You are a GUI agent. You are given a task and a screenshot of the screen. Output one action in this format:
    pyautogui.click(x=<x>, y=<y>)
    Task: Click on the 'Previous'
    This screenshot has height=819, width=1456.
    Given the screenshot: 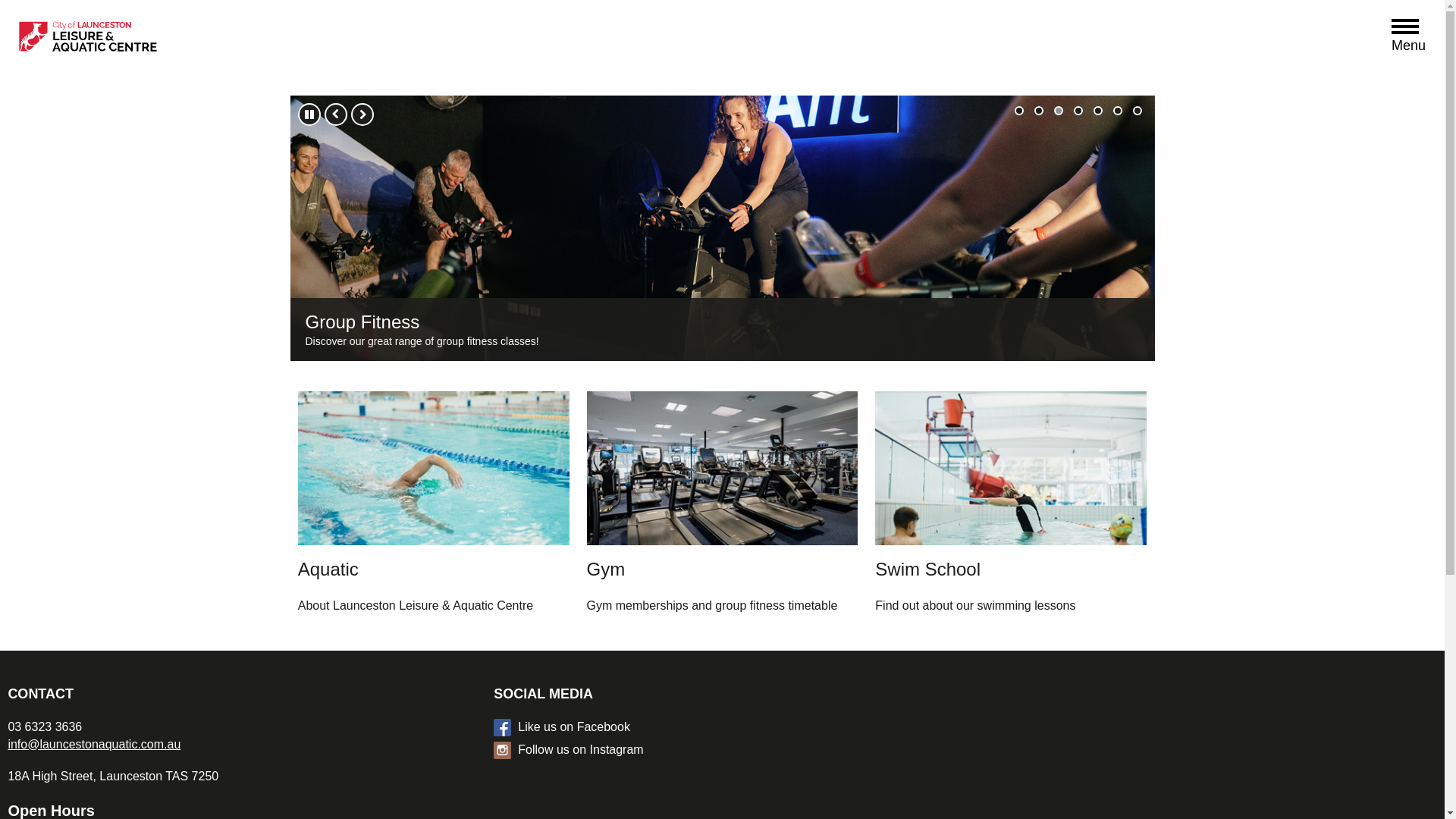 What is the action you would take?
    pyautogui.click(x=334, y=113)
    